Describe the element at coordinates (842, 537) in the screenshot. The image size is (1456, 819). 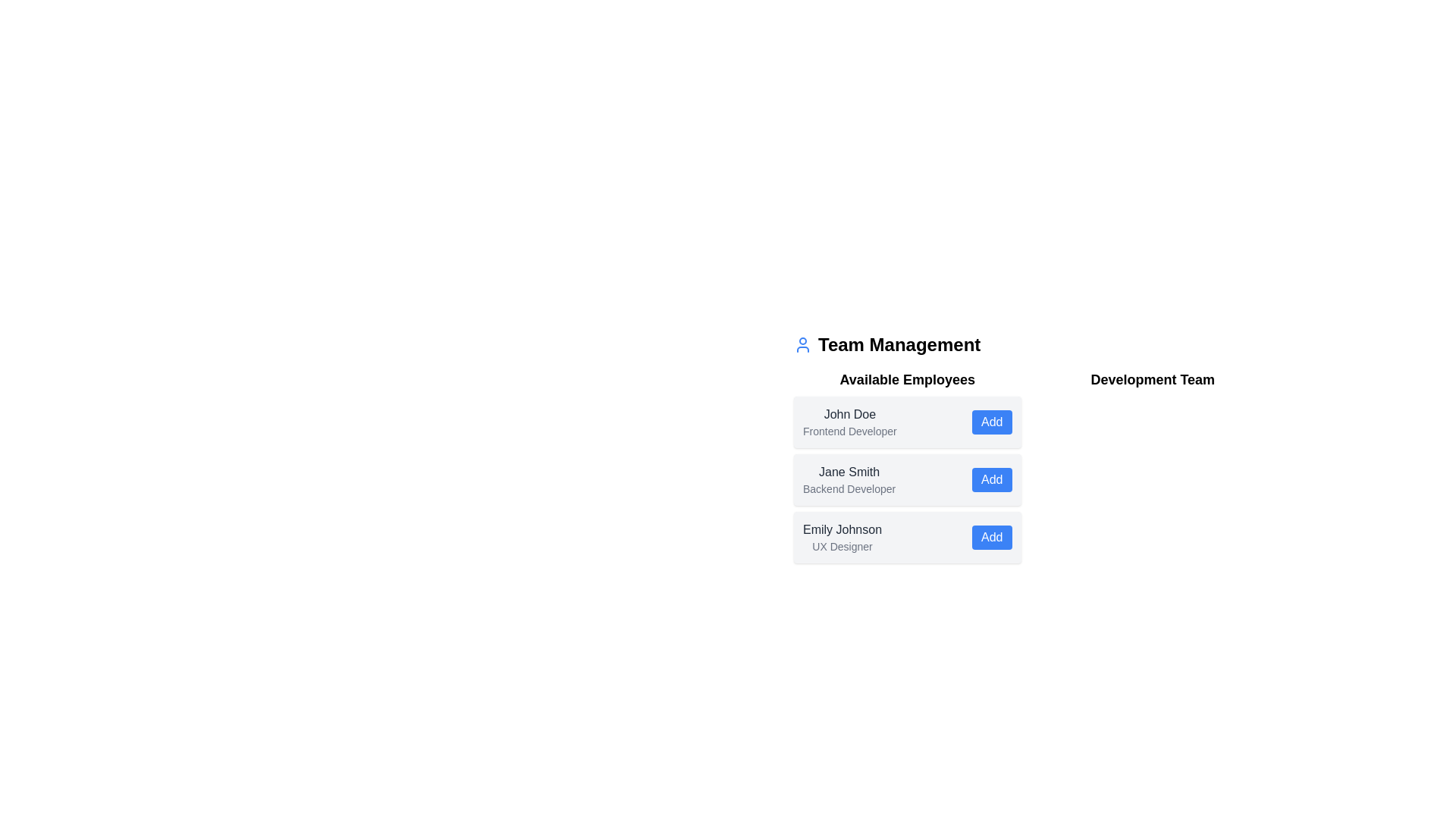
I see `the text label that provides information about an individual's name and role, located in the third row under 'Available Employees' in the left section of the interface` at that location.